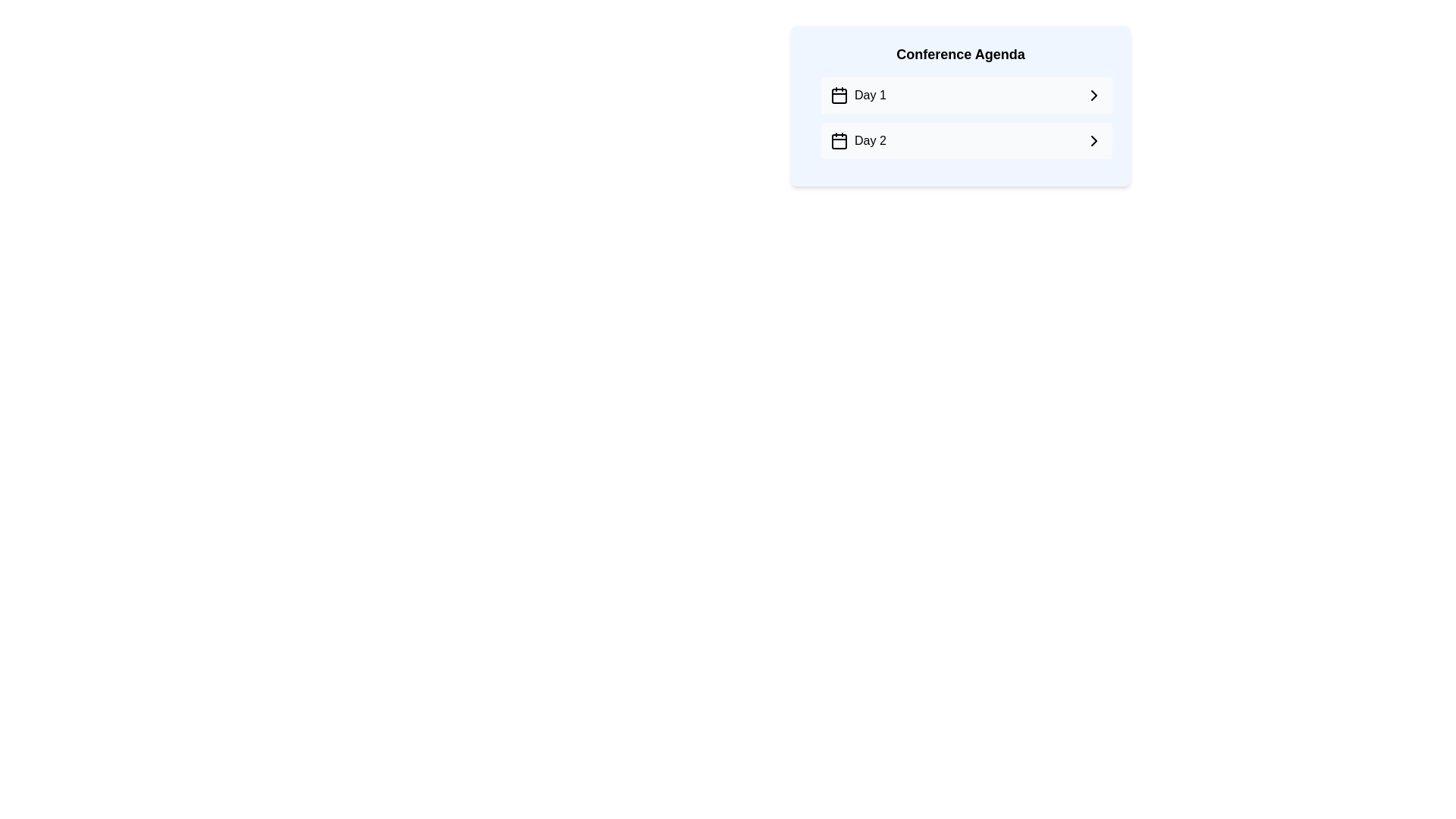  I want to click on the text label displaying 'Day 2', which is styled with a sans-serif font and is located to the right of a calendar icon in the second row of a vertical list, so click(870, 140).